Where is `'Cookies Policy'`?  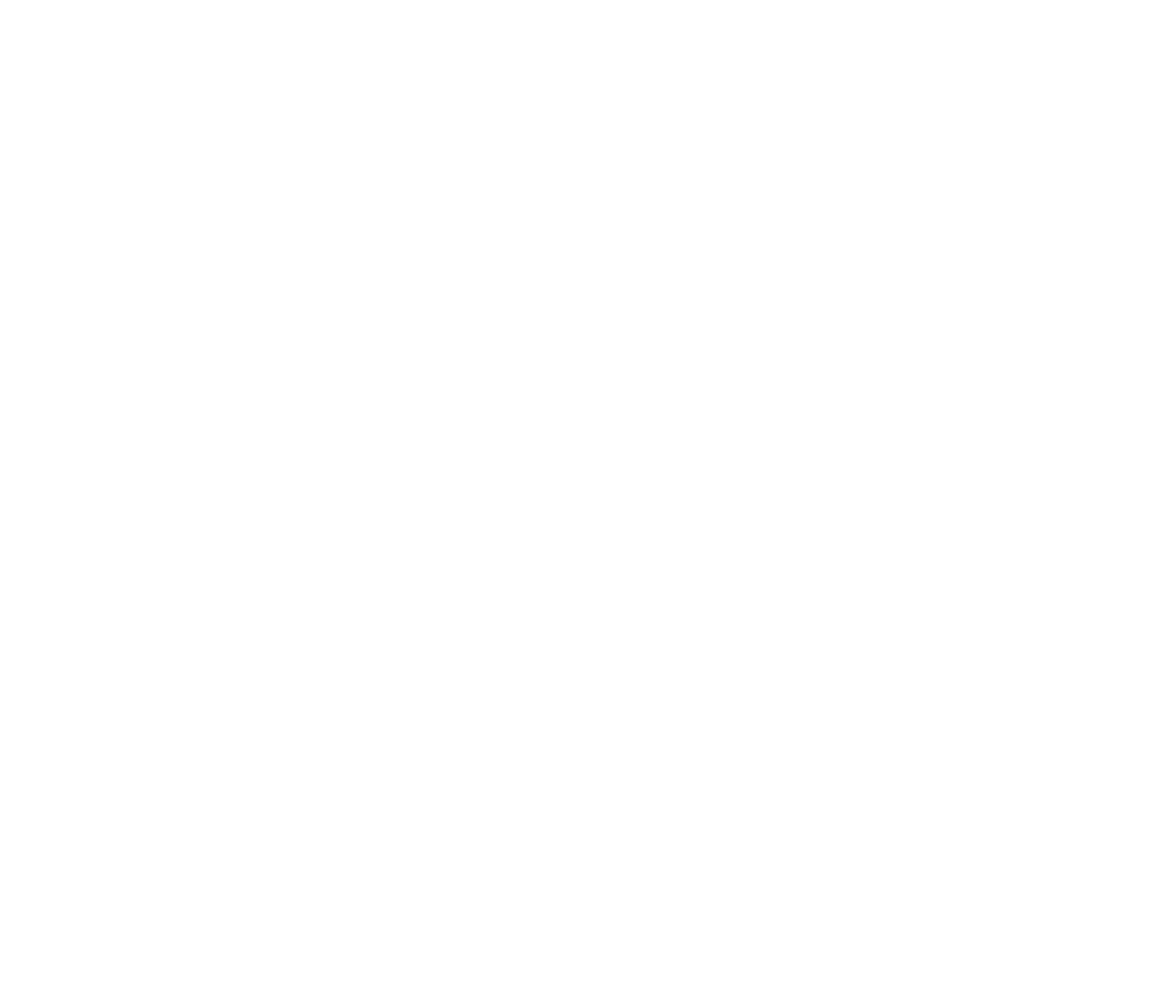
'Cookies Policy' is located at coordinates (369, 785).